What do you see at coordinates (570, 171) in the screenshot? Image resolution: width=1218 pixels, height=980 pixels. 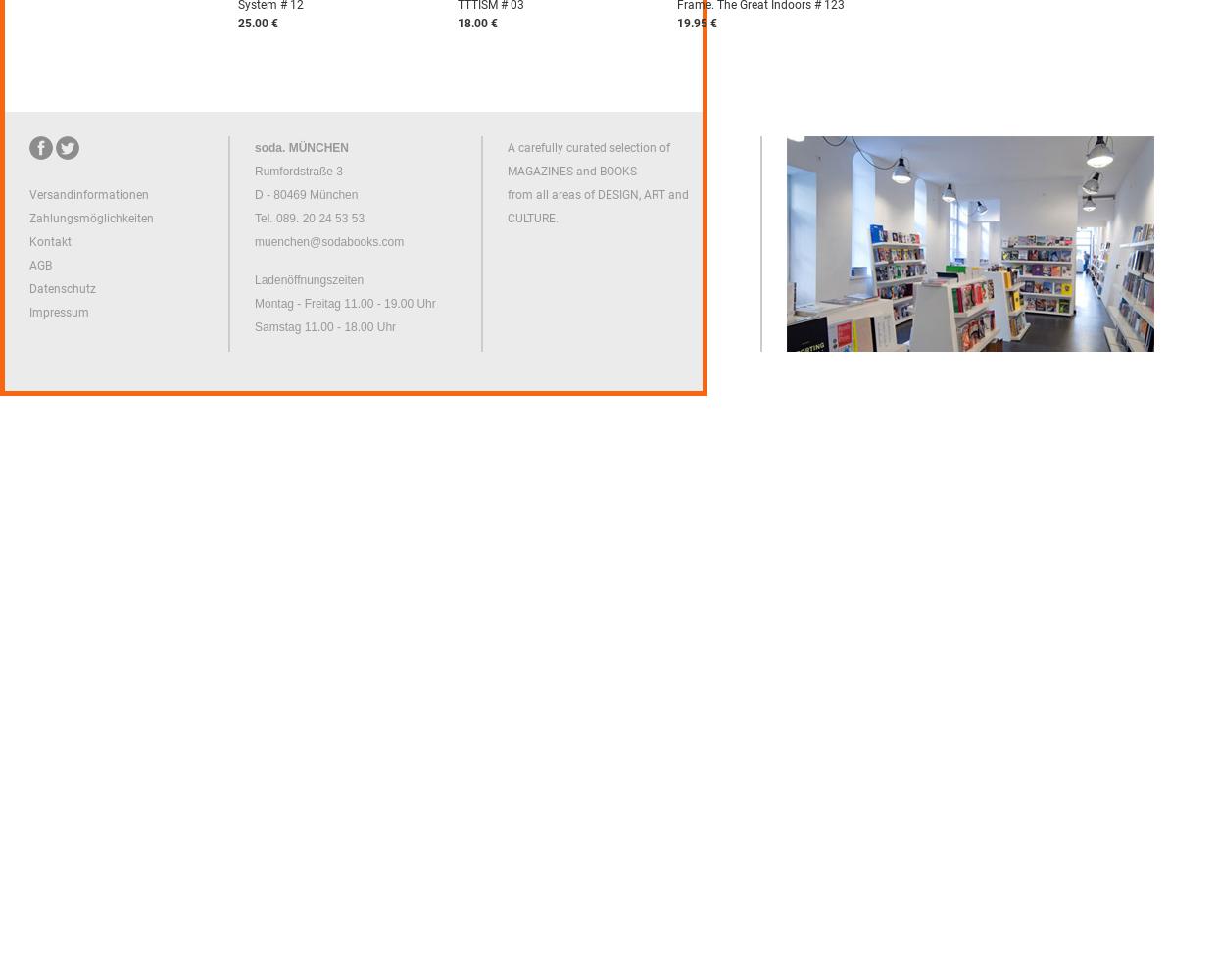 I see `'MAGAZINES and BOOKS'` at bounding box center [570, 171].